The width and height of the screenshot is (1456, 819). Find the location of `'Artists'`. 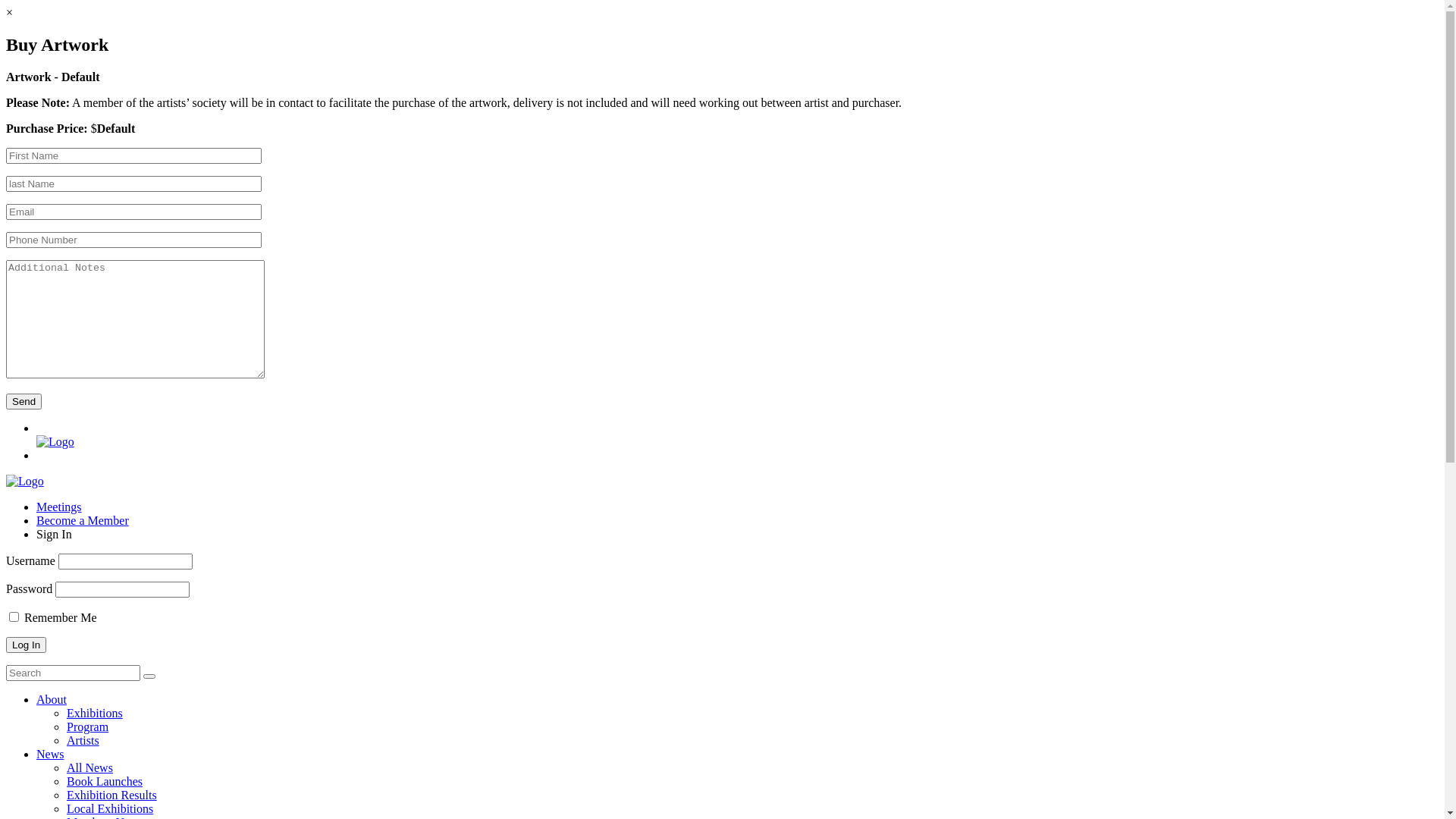

'Artists' is located at coordinates (82, 739).